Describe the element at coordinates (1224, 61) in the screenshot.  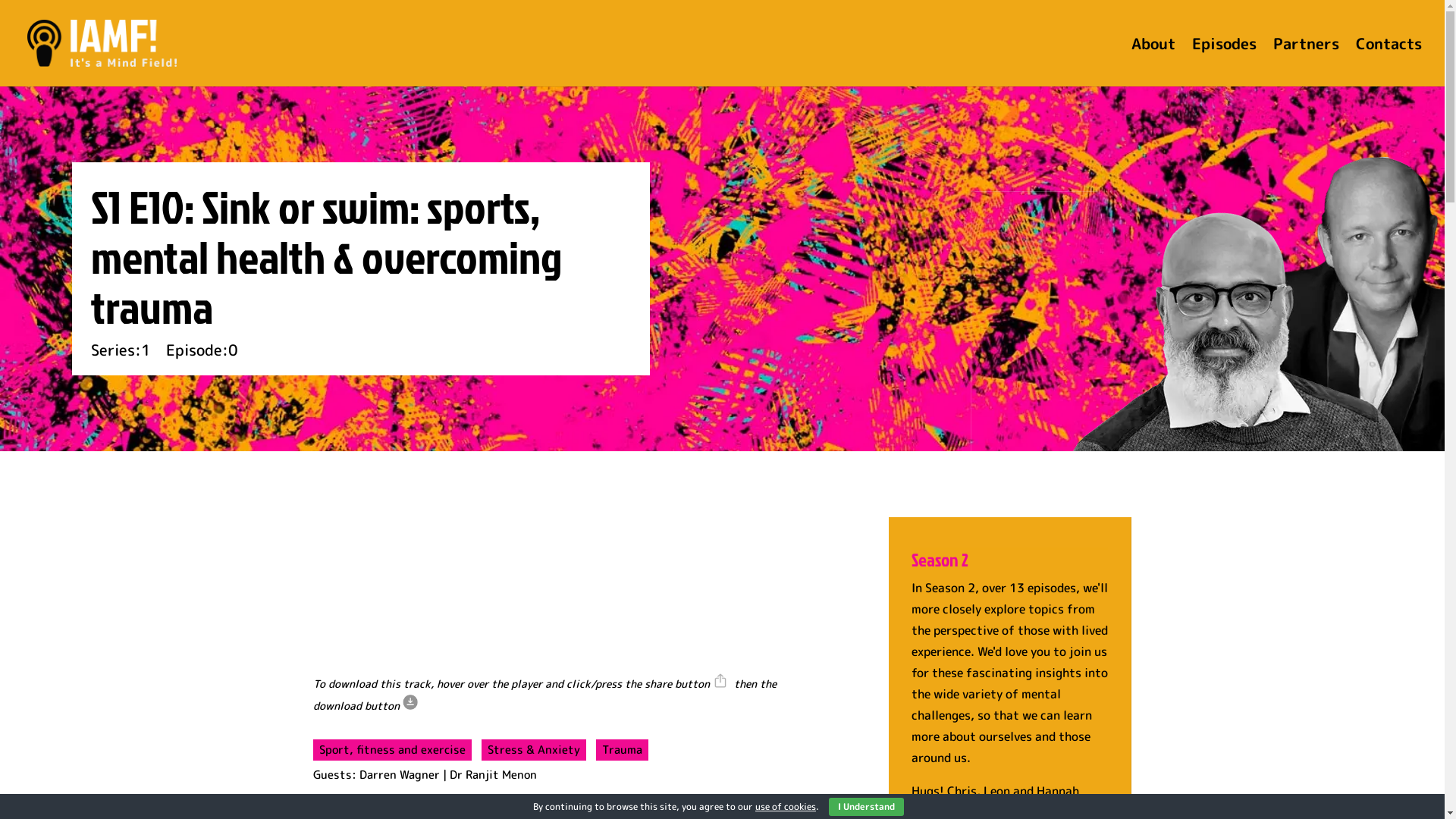
I see `'Episodes'` at that location.